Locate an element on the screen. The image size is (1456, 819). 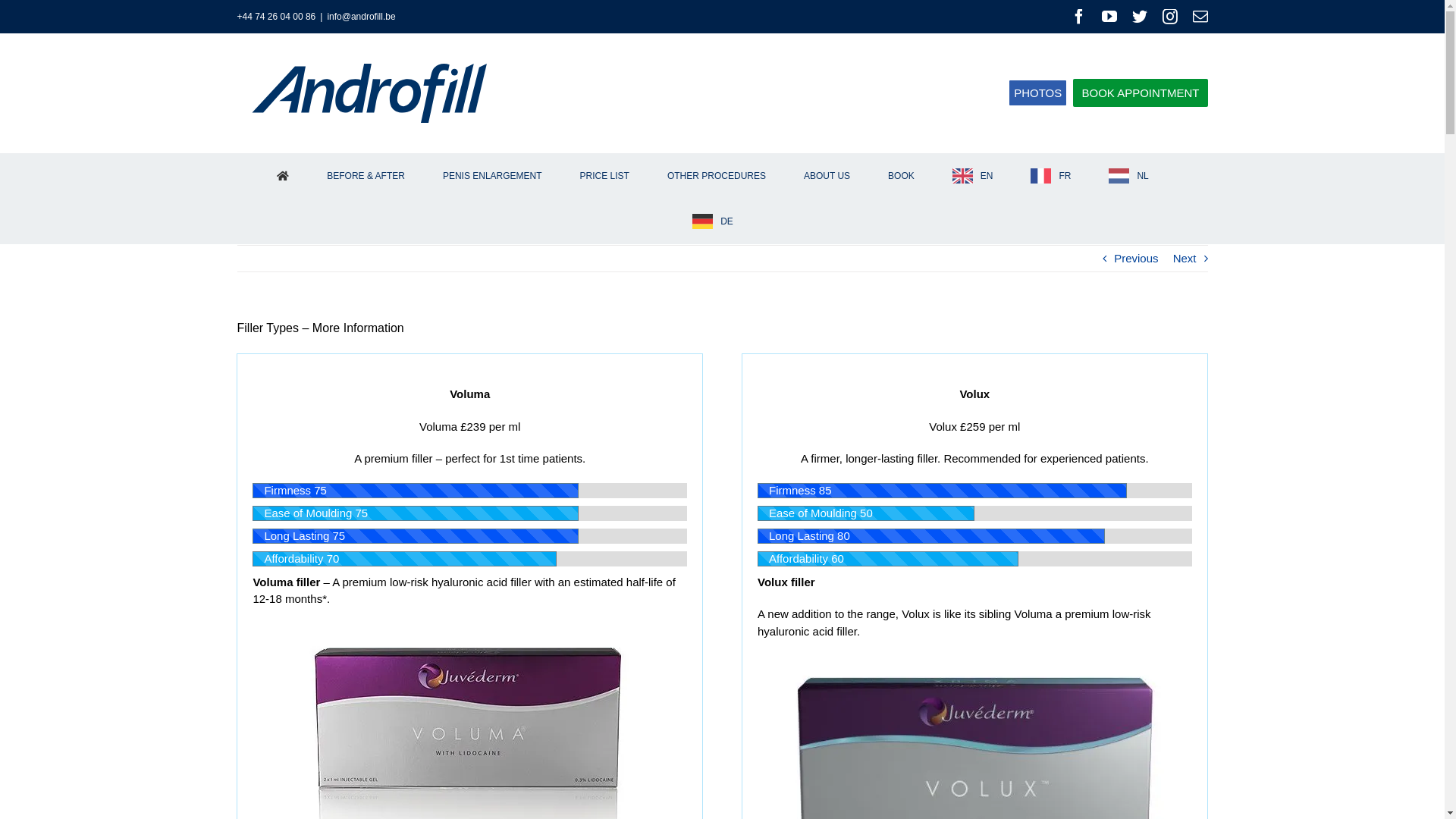
'Facebook' is located at coordinates (1077, 17).